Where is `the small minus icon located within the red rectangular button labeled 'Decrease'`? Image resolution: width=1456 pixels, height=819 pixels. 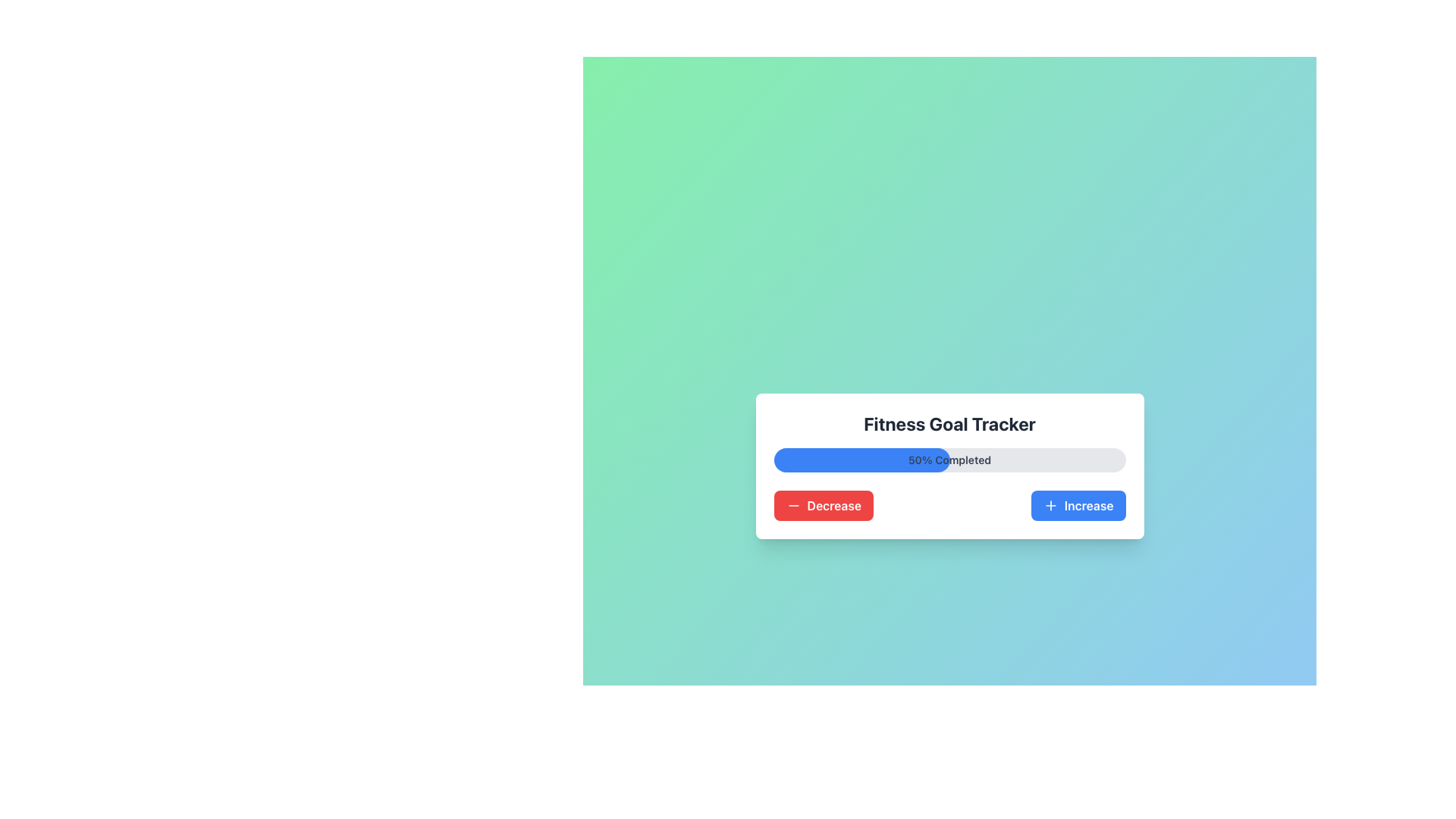
the small minus icon located within the red rectangular button labeled 'Decrease' is located at coordinates (792, 506).